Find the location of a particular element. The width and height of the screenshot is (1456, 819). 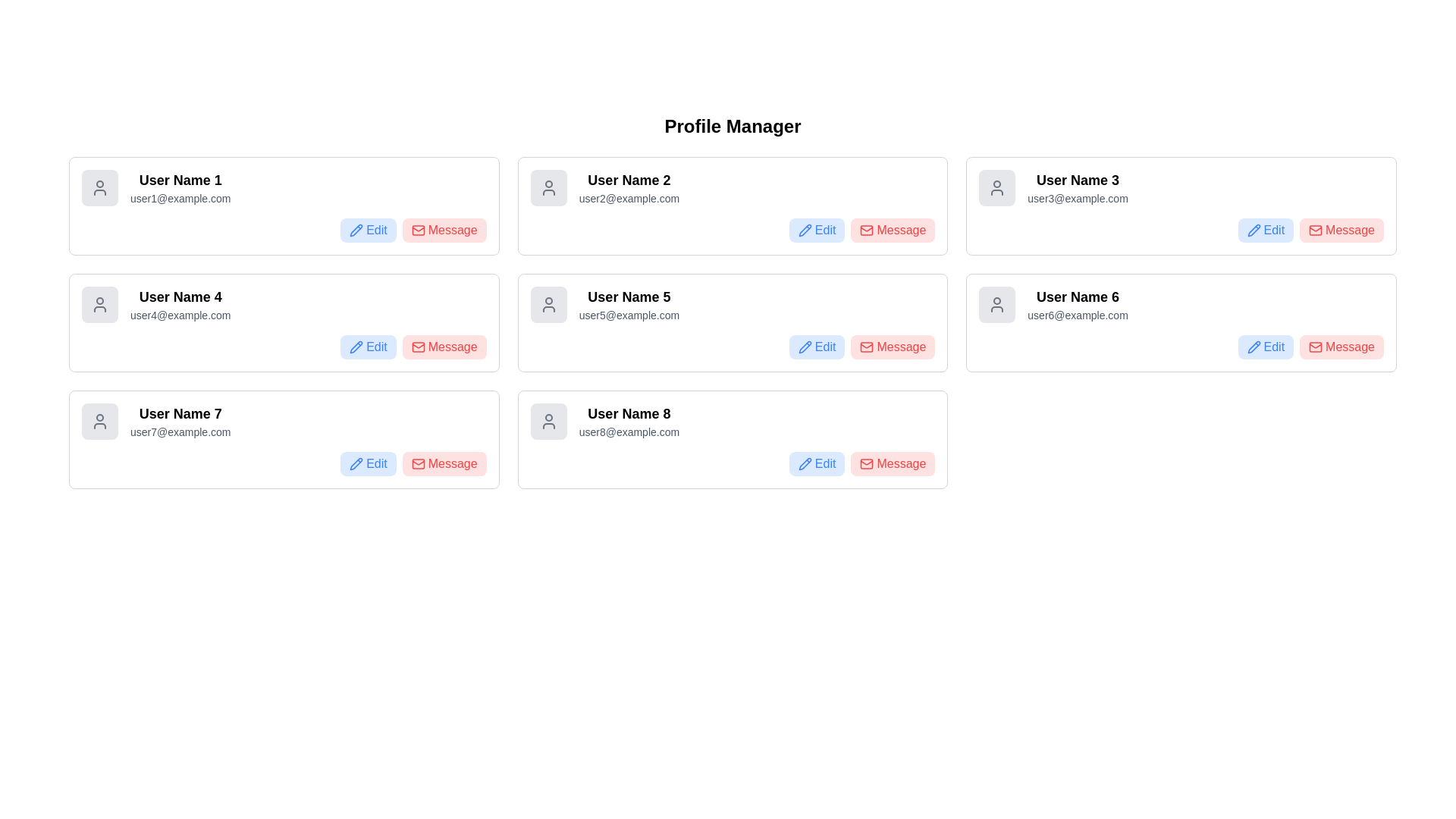

the user information card displaying the name and email address of the user, located in the middle of a 3x3 grid in the second row and second column is located at coordinates (733, 304).